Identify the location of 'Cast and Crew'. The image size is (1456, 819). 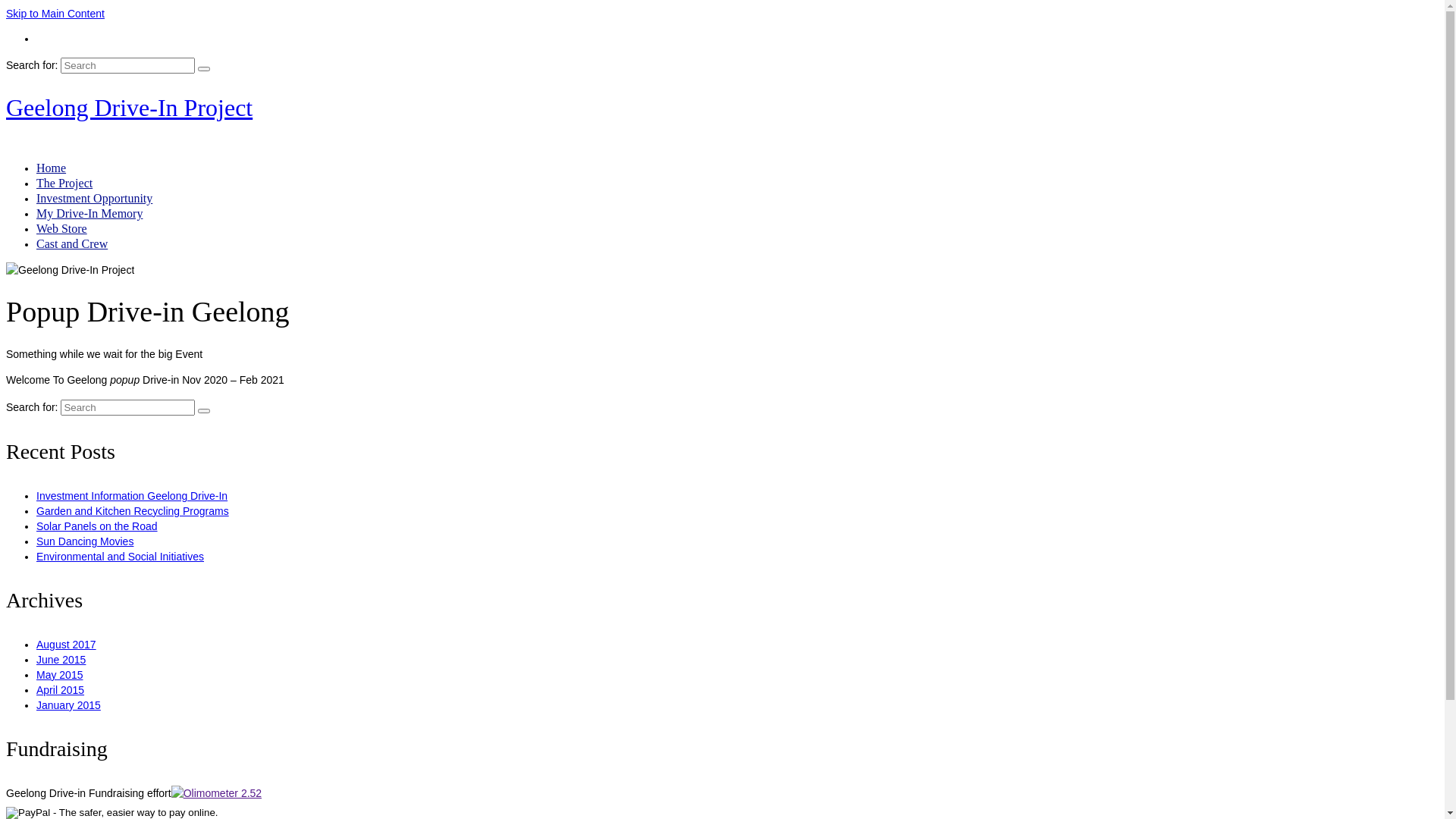
(71, 243).